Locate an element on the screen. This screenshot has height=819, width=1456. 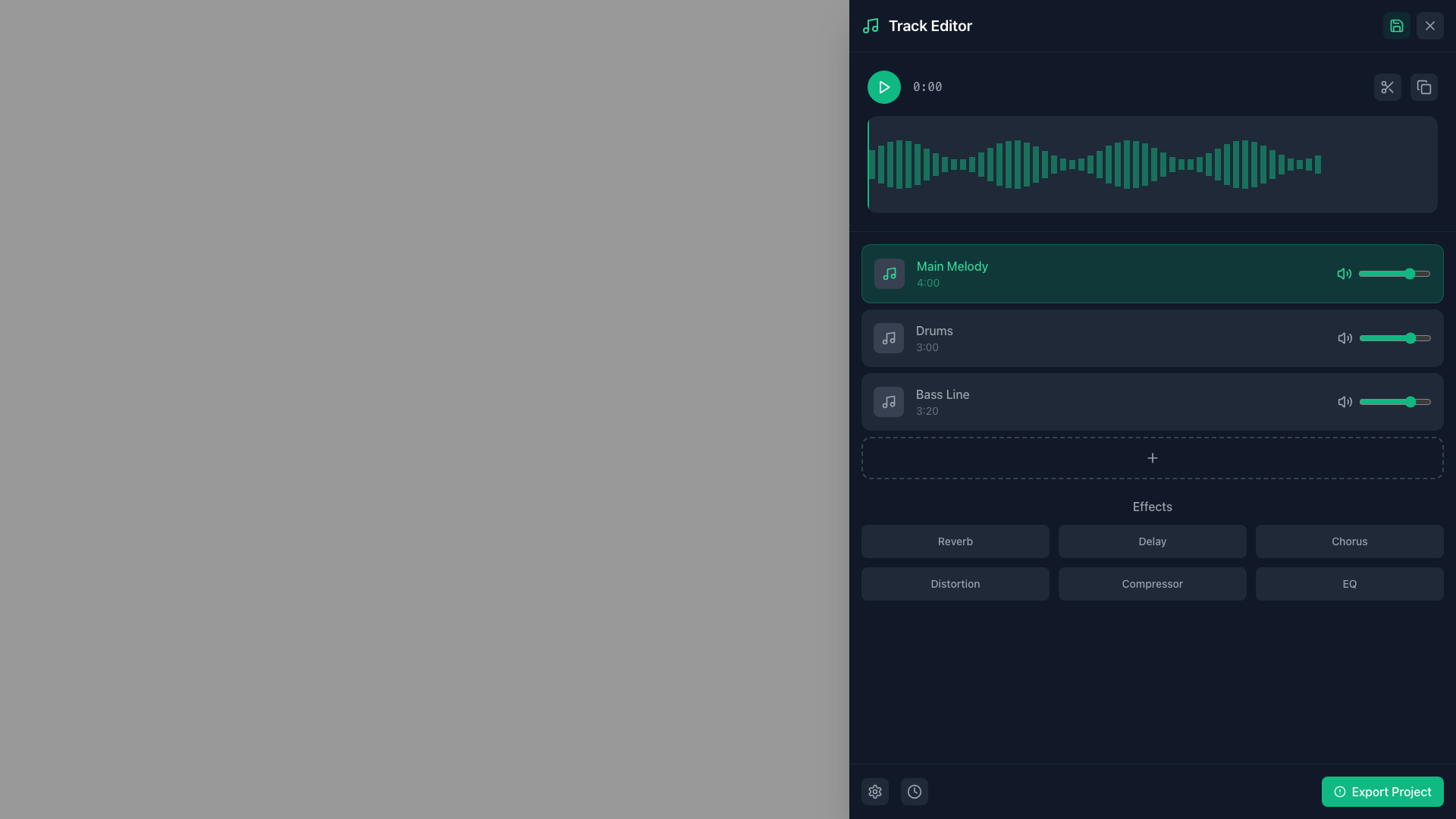
the top-right icon in the control interface group, which is likely associated with duplicating content or managing clipboard functions is located at coordinates (1425, 89).